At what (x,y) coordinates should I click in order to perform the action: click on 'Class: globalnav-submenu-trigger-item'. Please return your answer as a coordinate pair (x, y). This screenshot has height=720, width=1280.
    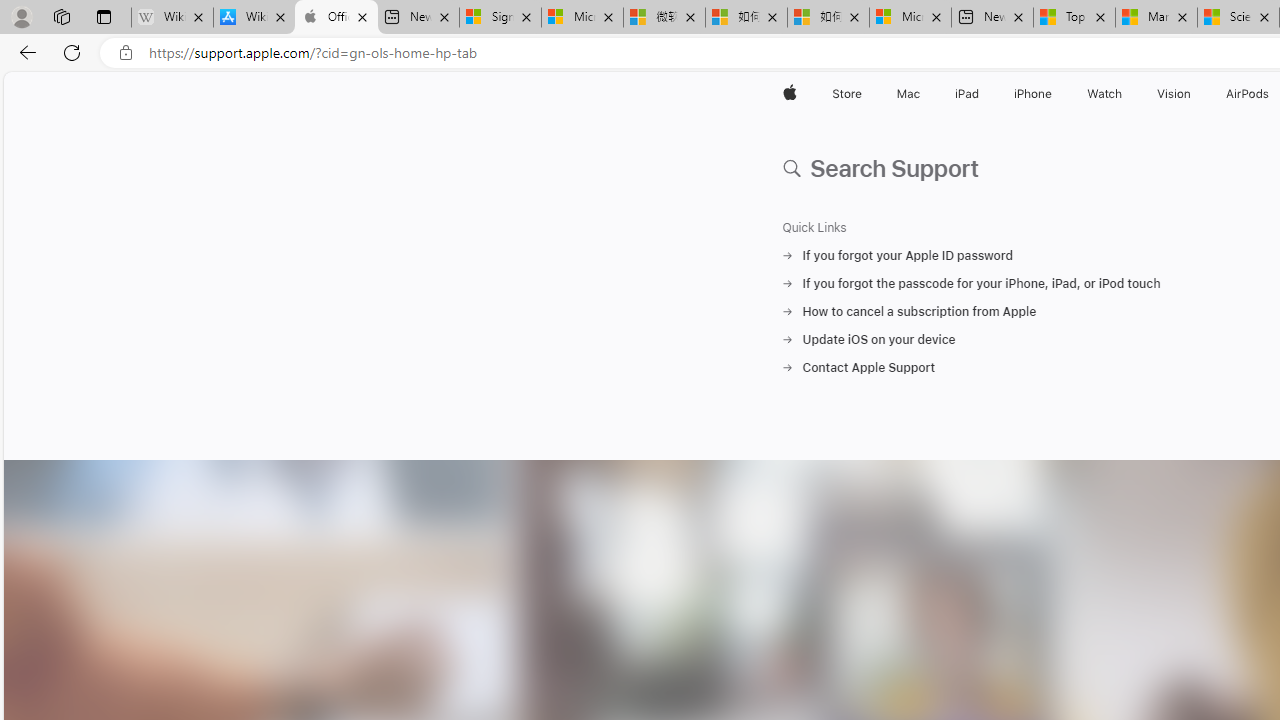
    Looking at the image, I should click on (1195, 93).